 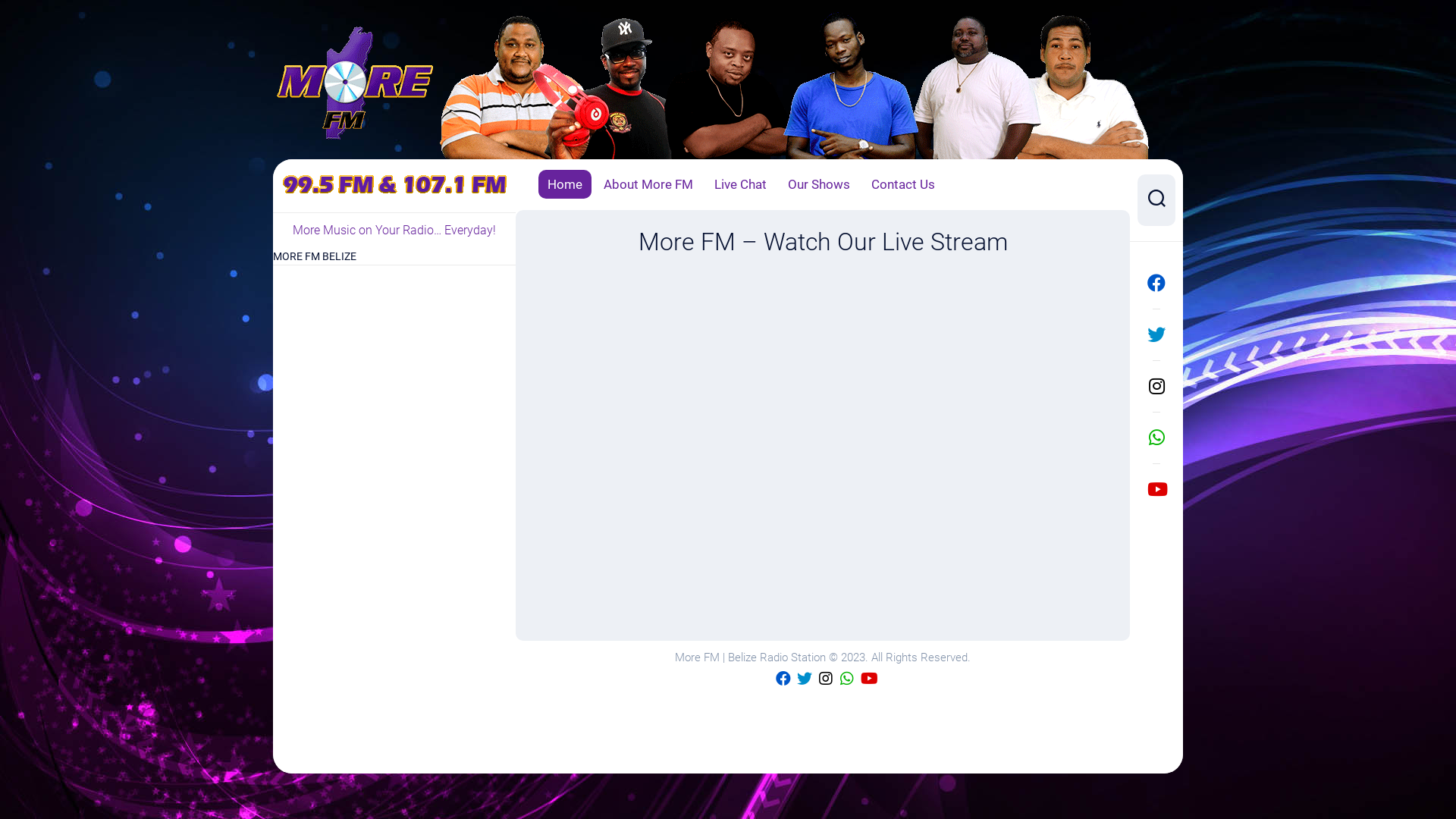 I want to click on 'Whatsapp', so click(x=1156, y=438).